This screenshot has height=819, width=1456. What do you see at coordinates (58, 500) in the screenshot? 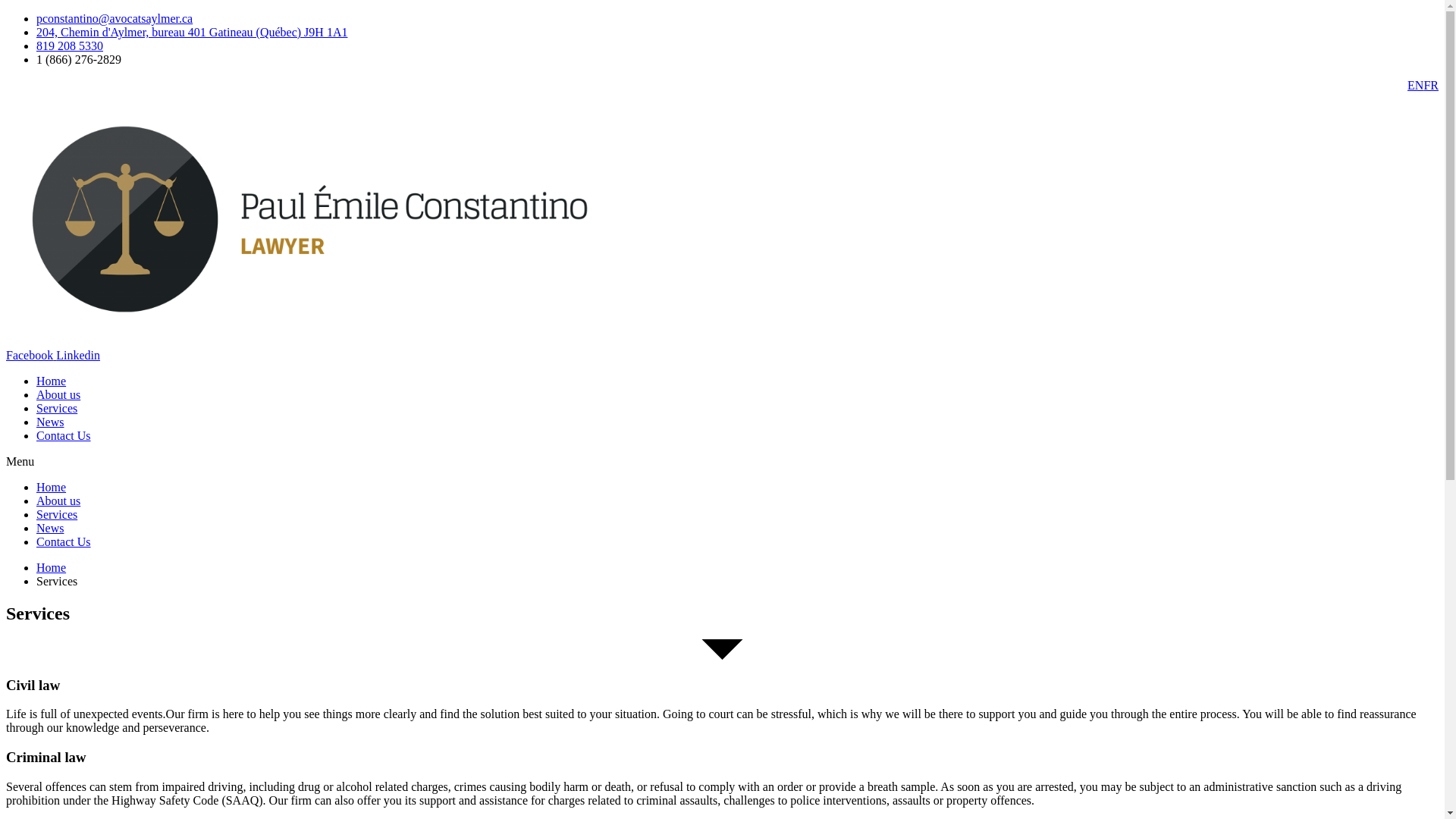
I see `'About us'` at bounding box center [58, 500].